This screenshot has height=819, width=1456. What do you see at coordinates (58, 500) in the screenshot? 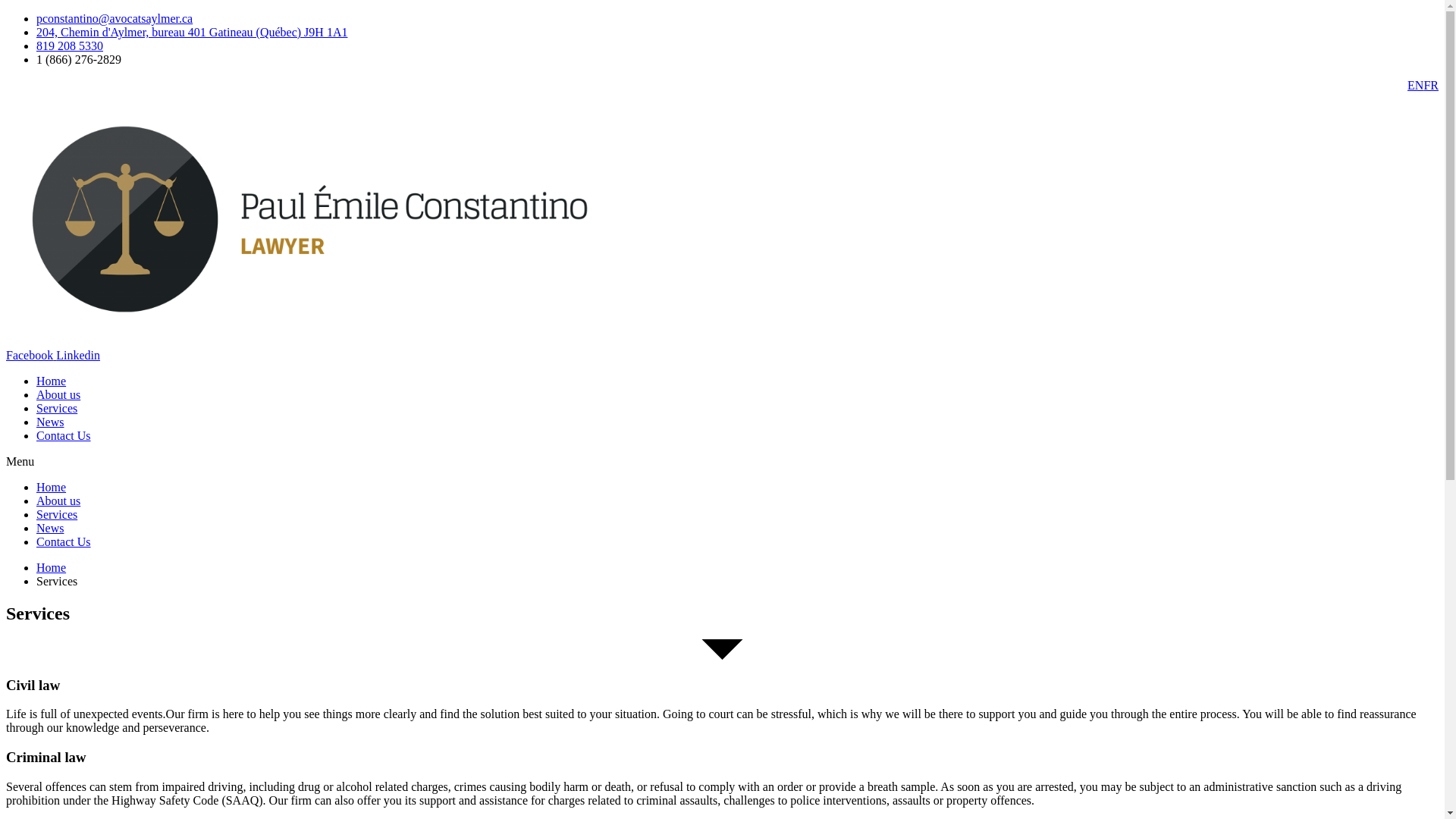
I see `'About us'` at bounding box center [58, 500].